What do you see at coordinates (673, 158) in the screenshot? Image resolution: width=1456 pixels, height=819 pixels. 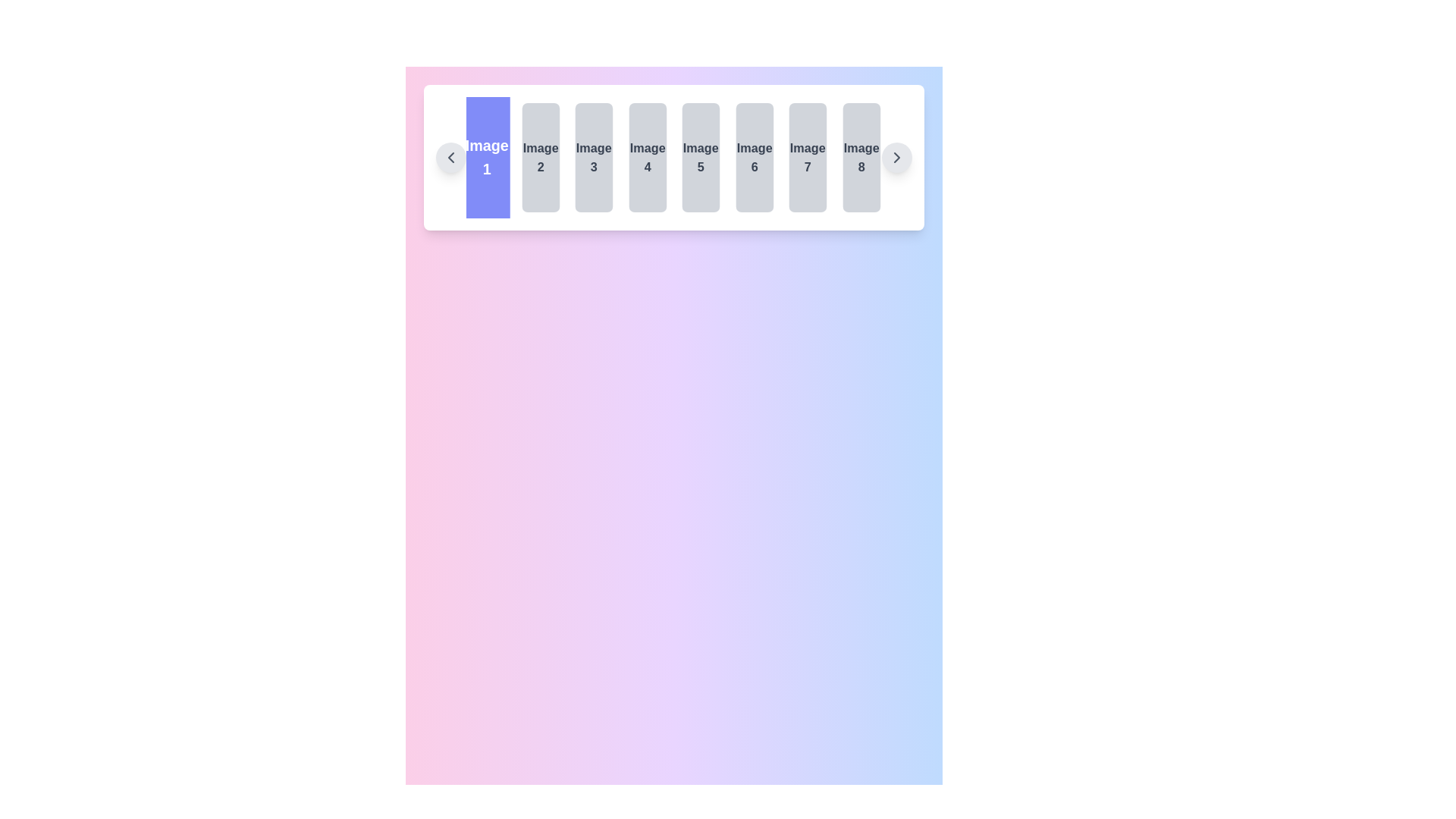 I see `the tile labeled 'Image 1' in the carousel, which is the first tile with a blue background and white text` at bounding box center [673, 158].